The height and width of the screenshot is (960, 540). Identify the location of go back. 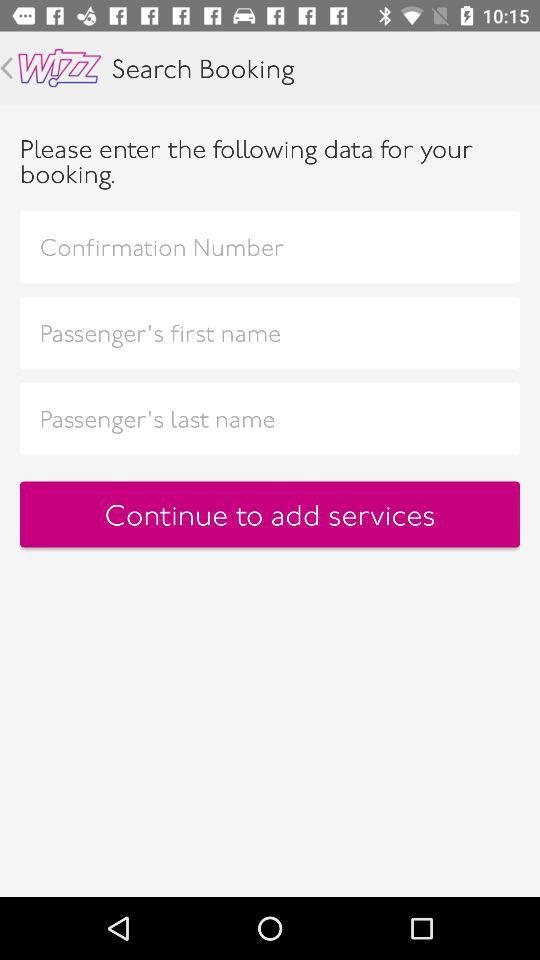
(5, 68).